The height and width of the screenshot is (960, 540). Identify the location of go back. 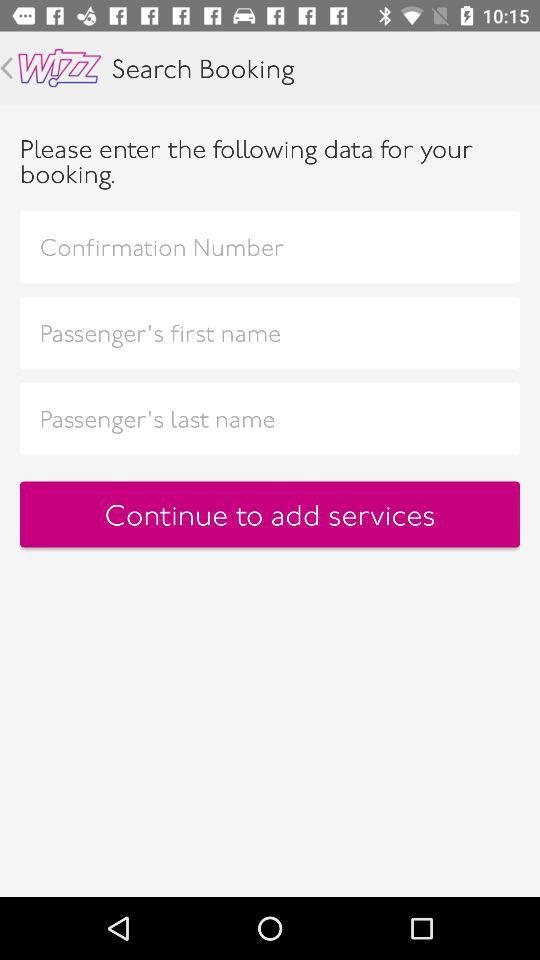
(5, 68).